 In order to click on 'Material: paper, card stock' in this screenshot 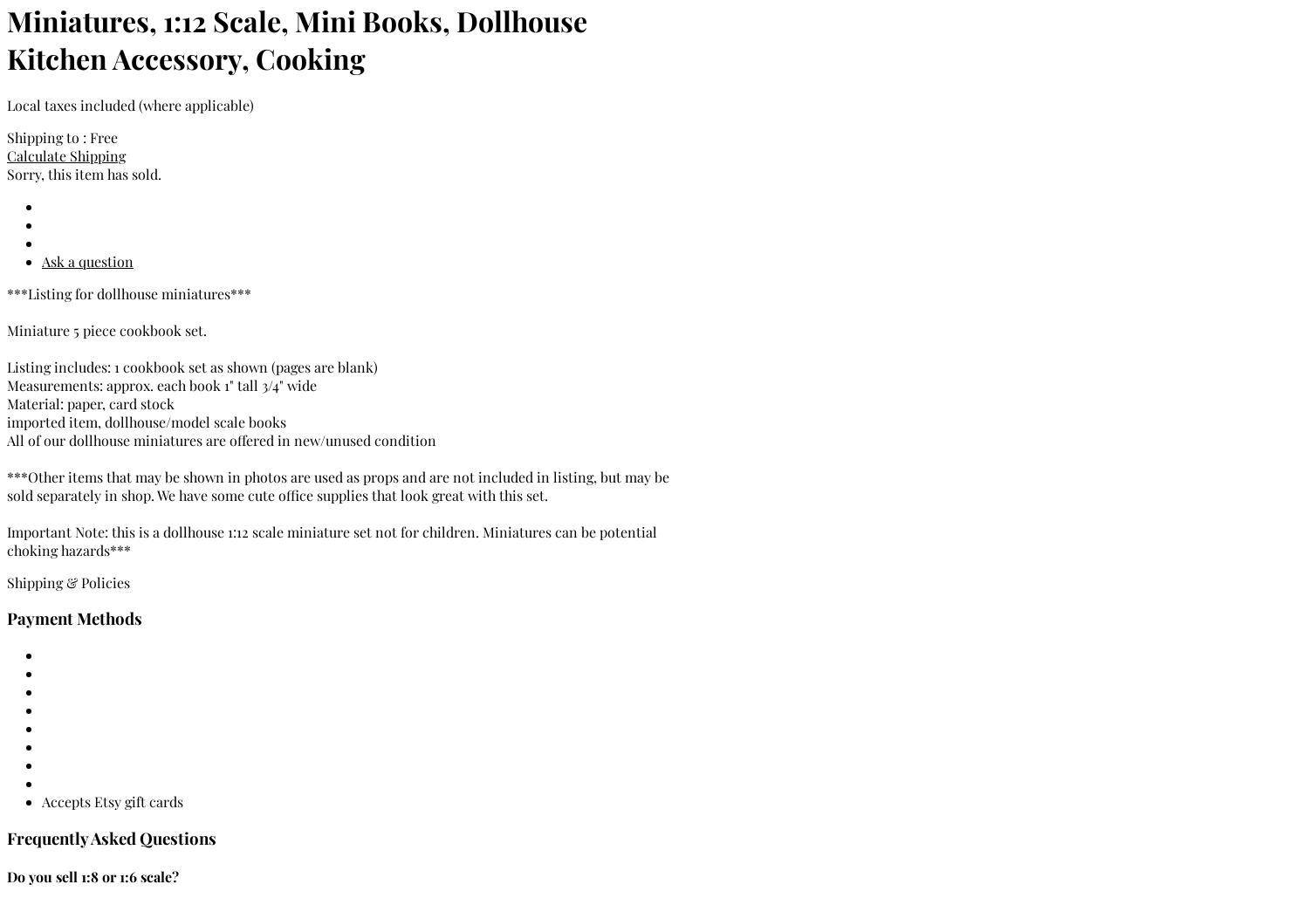, I will do `click(91, 401)`.